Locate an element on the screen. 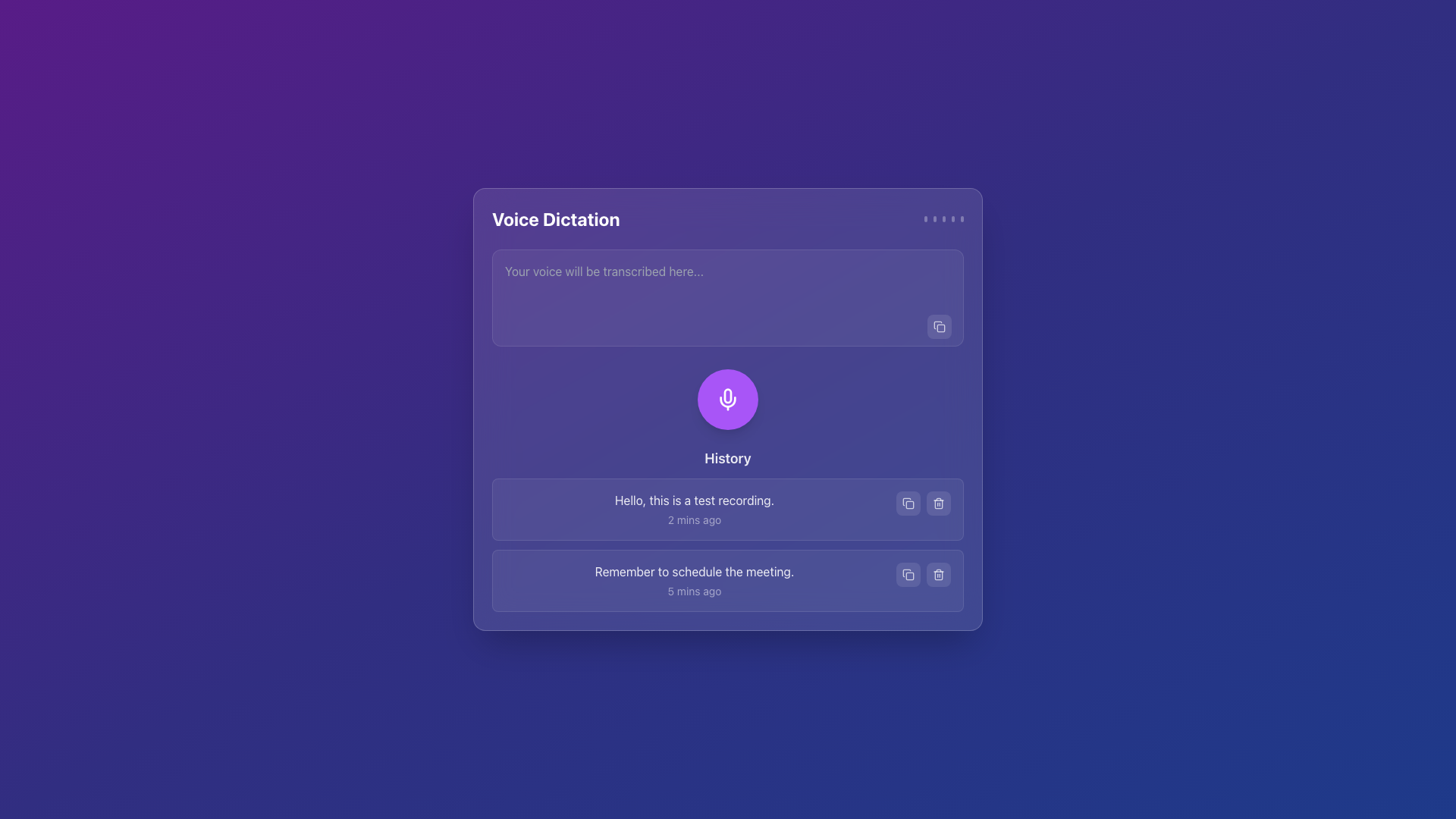  the delete icon button located at the lower row of the history section, positioned toward the right end is located at coordinates (938, 575).